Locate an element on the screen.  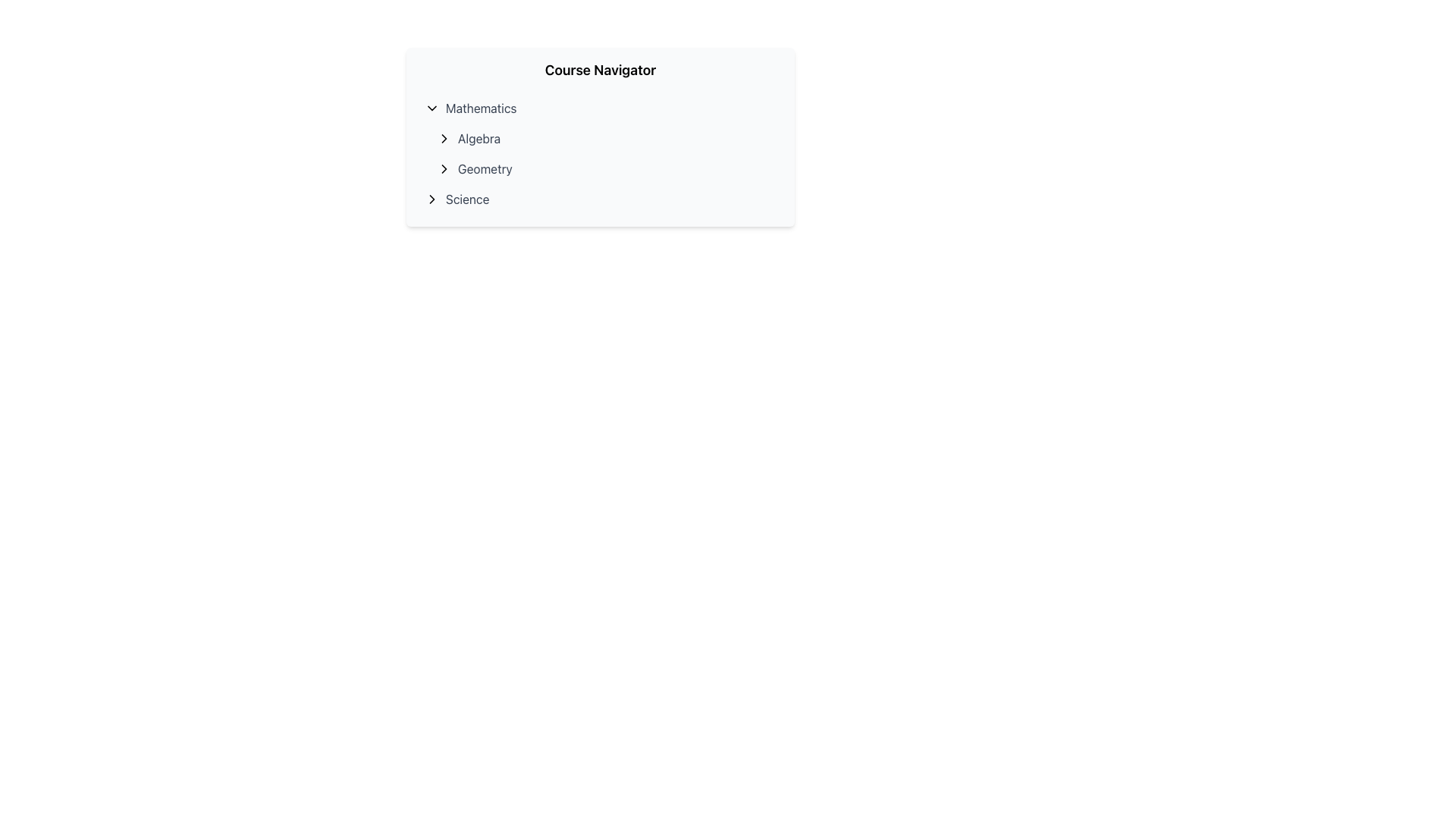
the rightward-pointing chevron icon located immediately left of the 'Science' text label in the 'Course Navigator' section is located at coordinates (431, 198).